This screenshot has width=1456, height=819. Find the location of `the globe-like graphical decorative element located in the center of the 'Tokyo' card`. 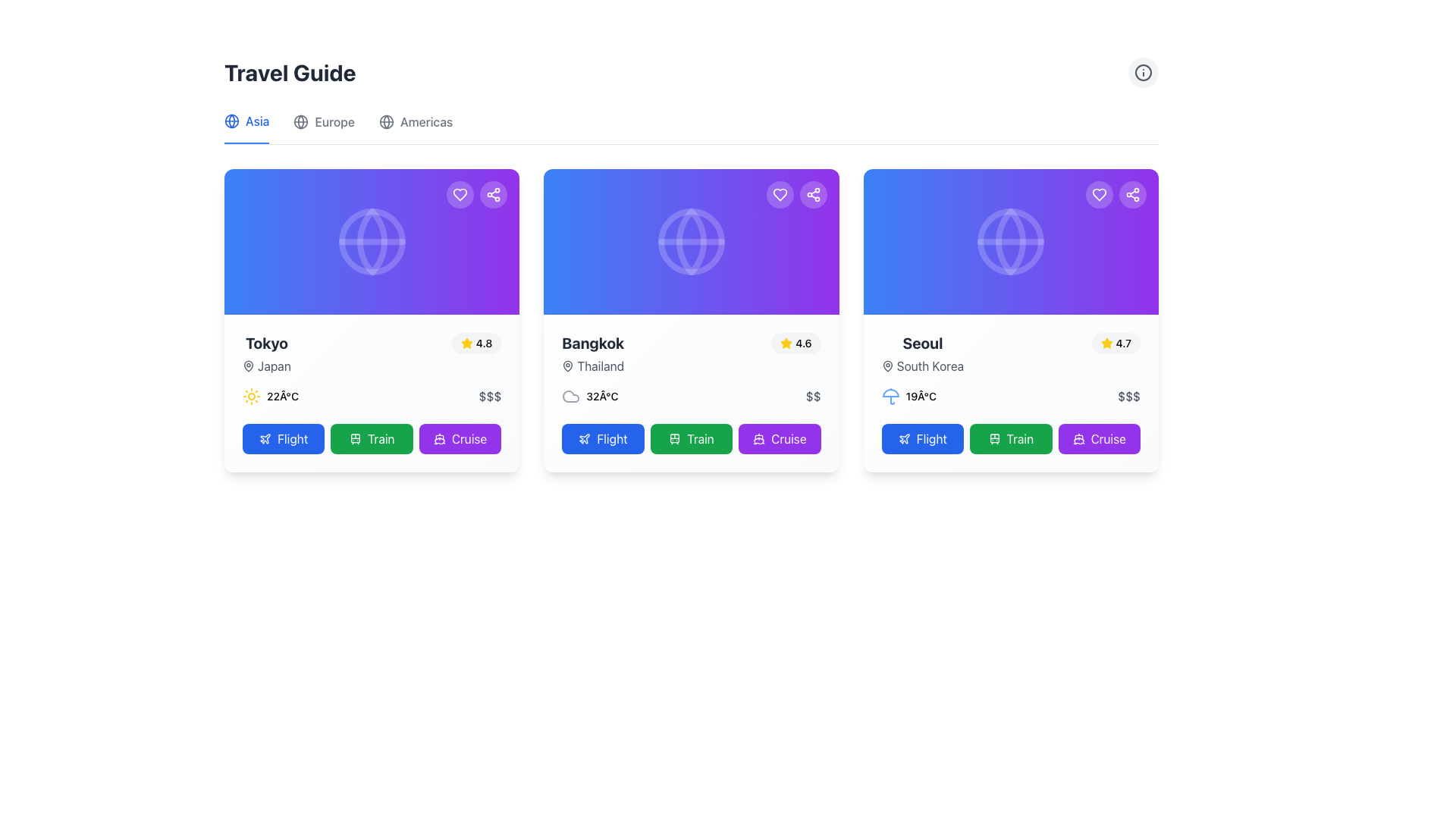

the globe-like graphical decorative element located in the center of the 'Tokyo' card is located at coordinates (372, 241).